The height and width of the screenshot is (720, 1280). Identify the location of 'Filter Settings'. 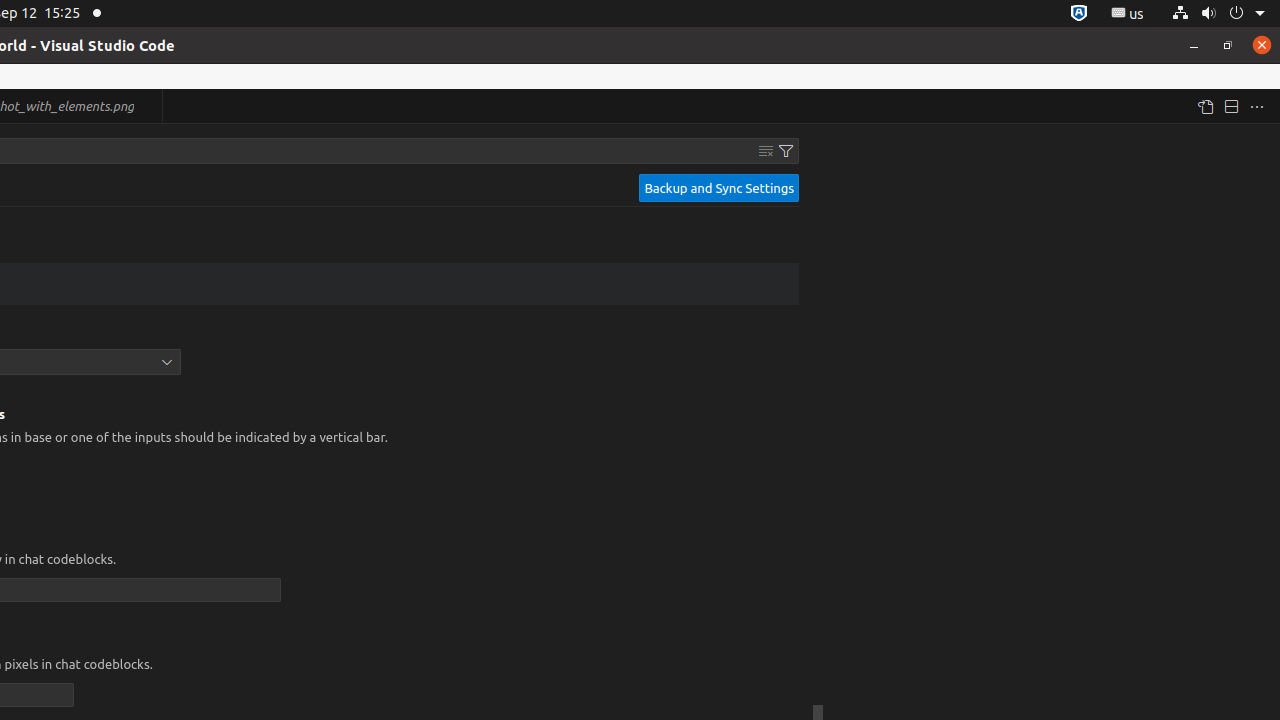
(785, 149).